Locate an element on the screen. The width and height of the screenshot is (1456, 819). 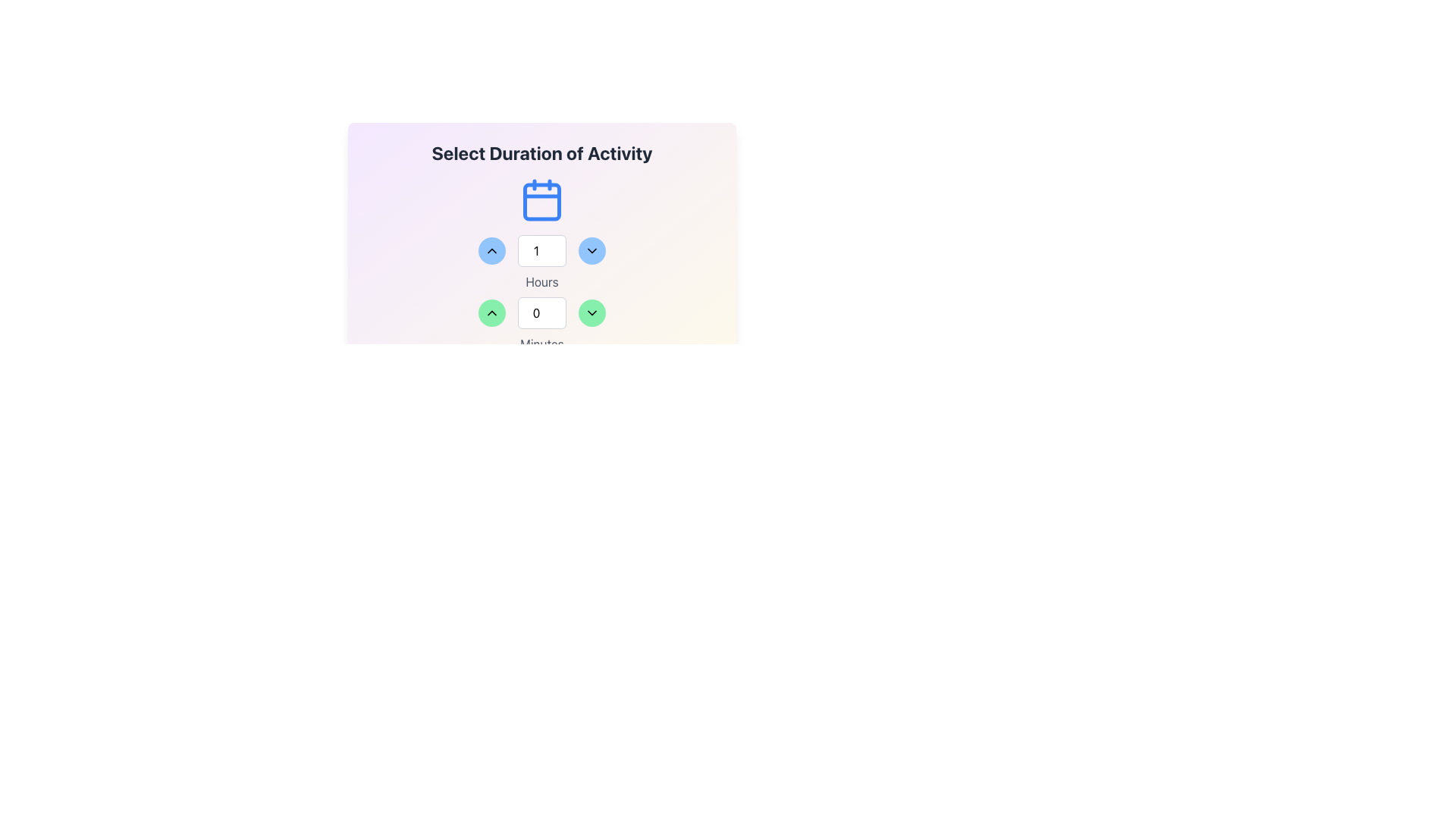
the icon within the button located to the right of the numeric '1' input box in the 'Select Duration of Activity' section is located at coordinates (591, 250).